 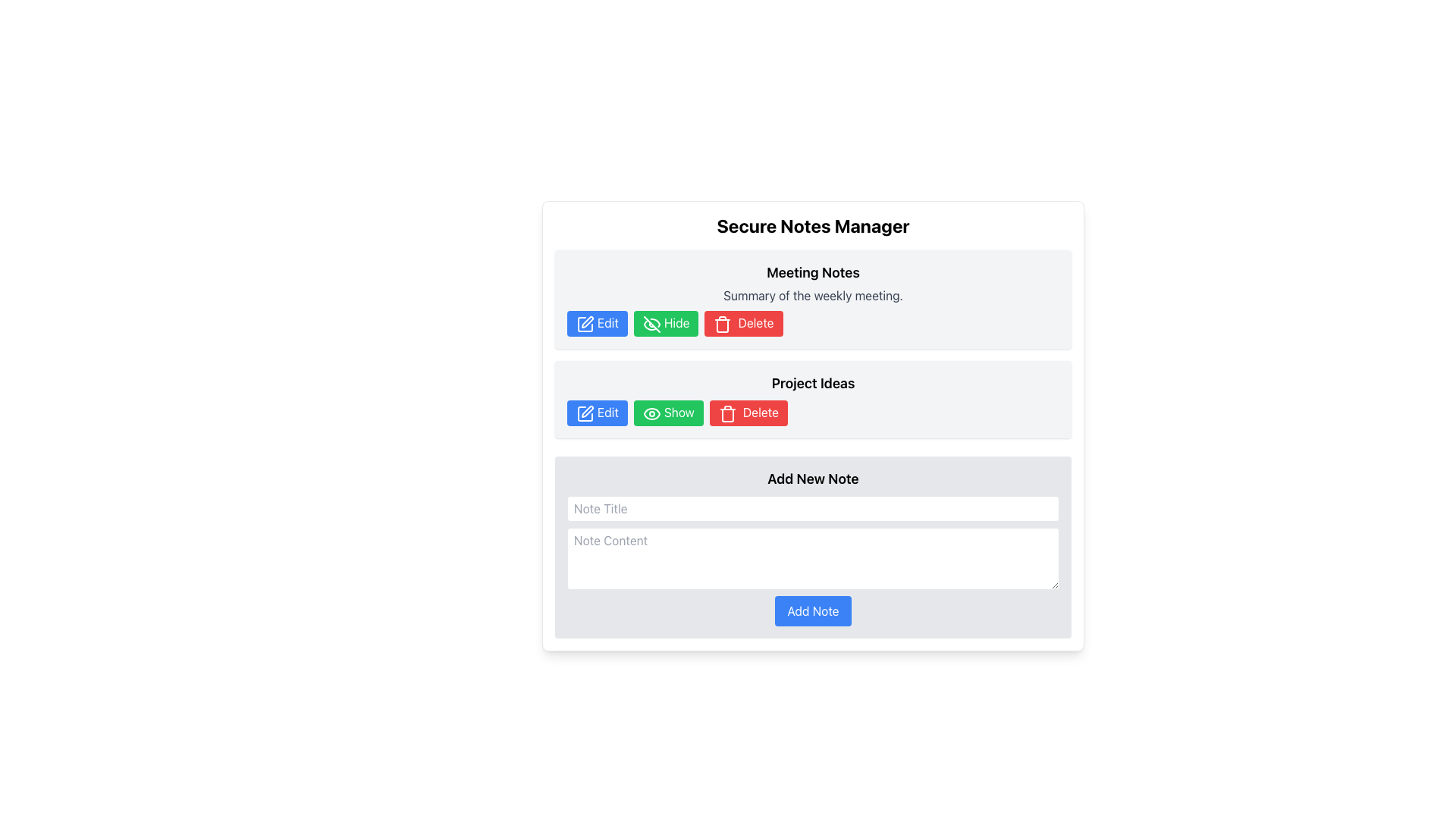 What do you see at coordinates (722, 323) in the screenshot?
I see `the 'Delete' button that contains the trash can icon, which is styled with a red background and white text, positioned to the right of the green 'Hide' or 'Show' button` at bounding box center [722, 323].